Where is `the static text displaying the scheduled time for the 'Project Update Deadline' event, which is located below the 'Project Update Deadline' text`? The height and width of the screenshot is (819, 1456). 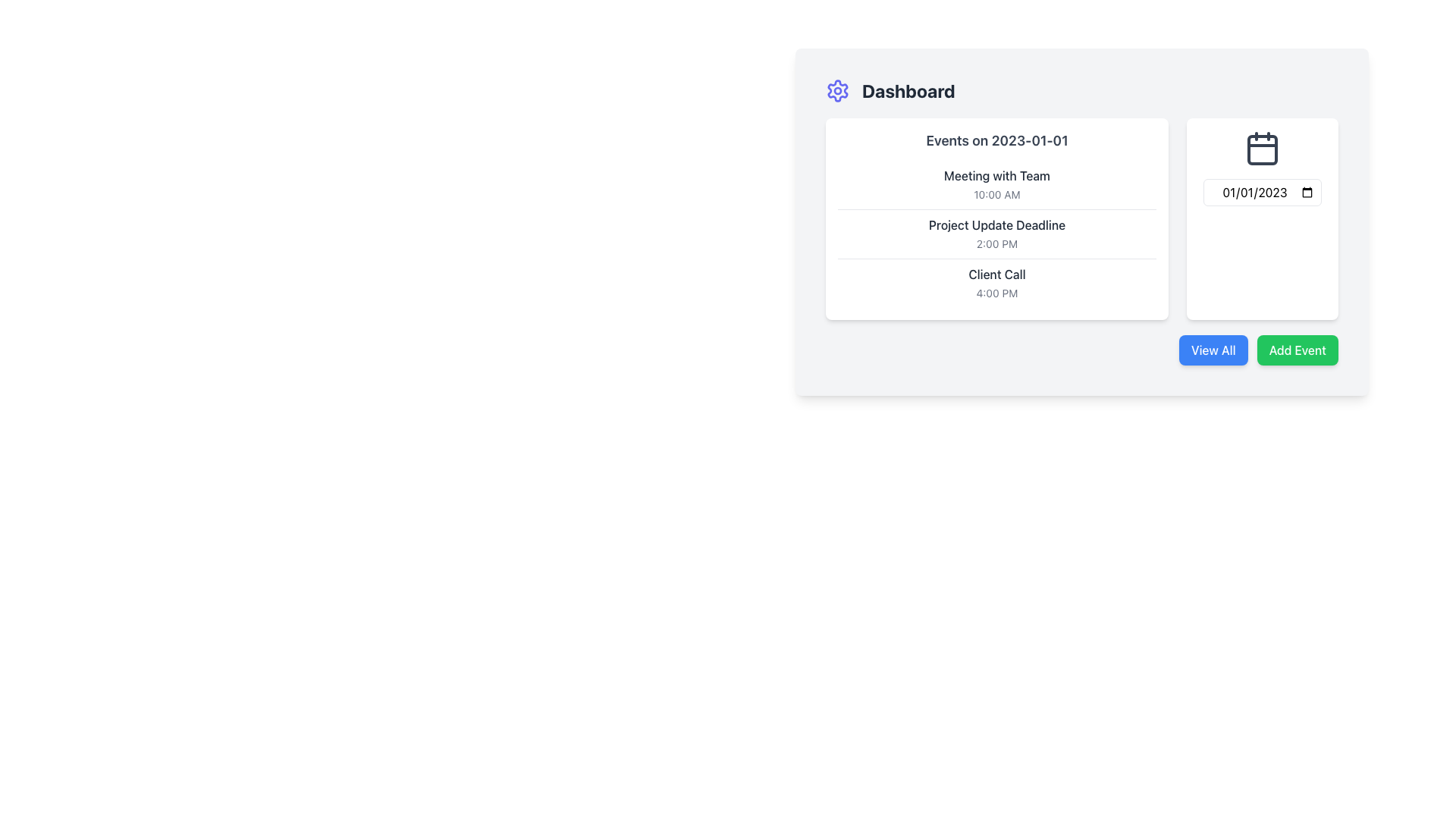 the static text displaying the scheduled time for the 'Project Update Deadline' event, which is located below the 'Project Update Deadline' text is located at coordinates (997, 243).